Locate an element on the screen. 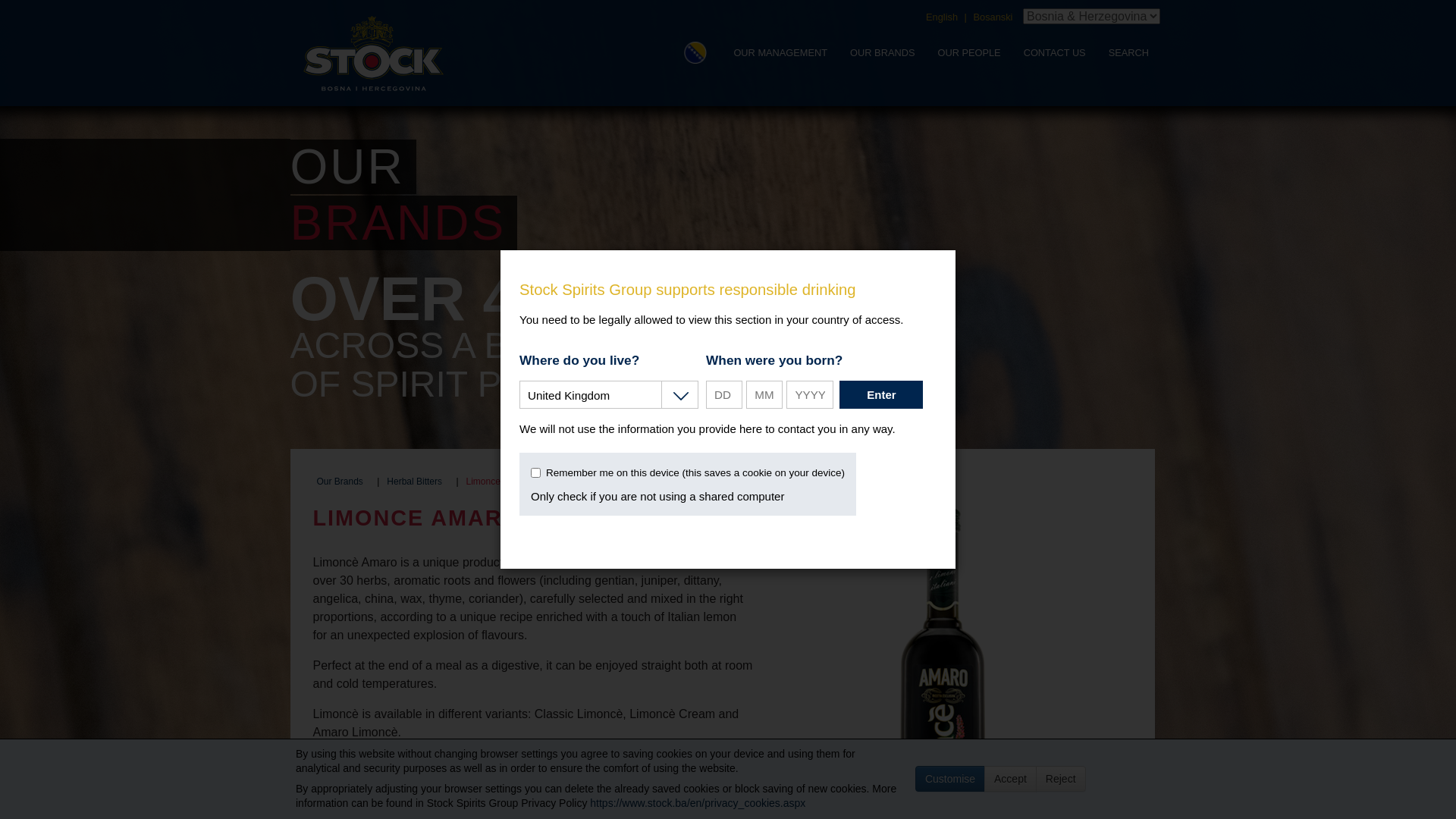  'Skip to main content' is located at coordinates (21, 22).